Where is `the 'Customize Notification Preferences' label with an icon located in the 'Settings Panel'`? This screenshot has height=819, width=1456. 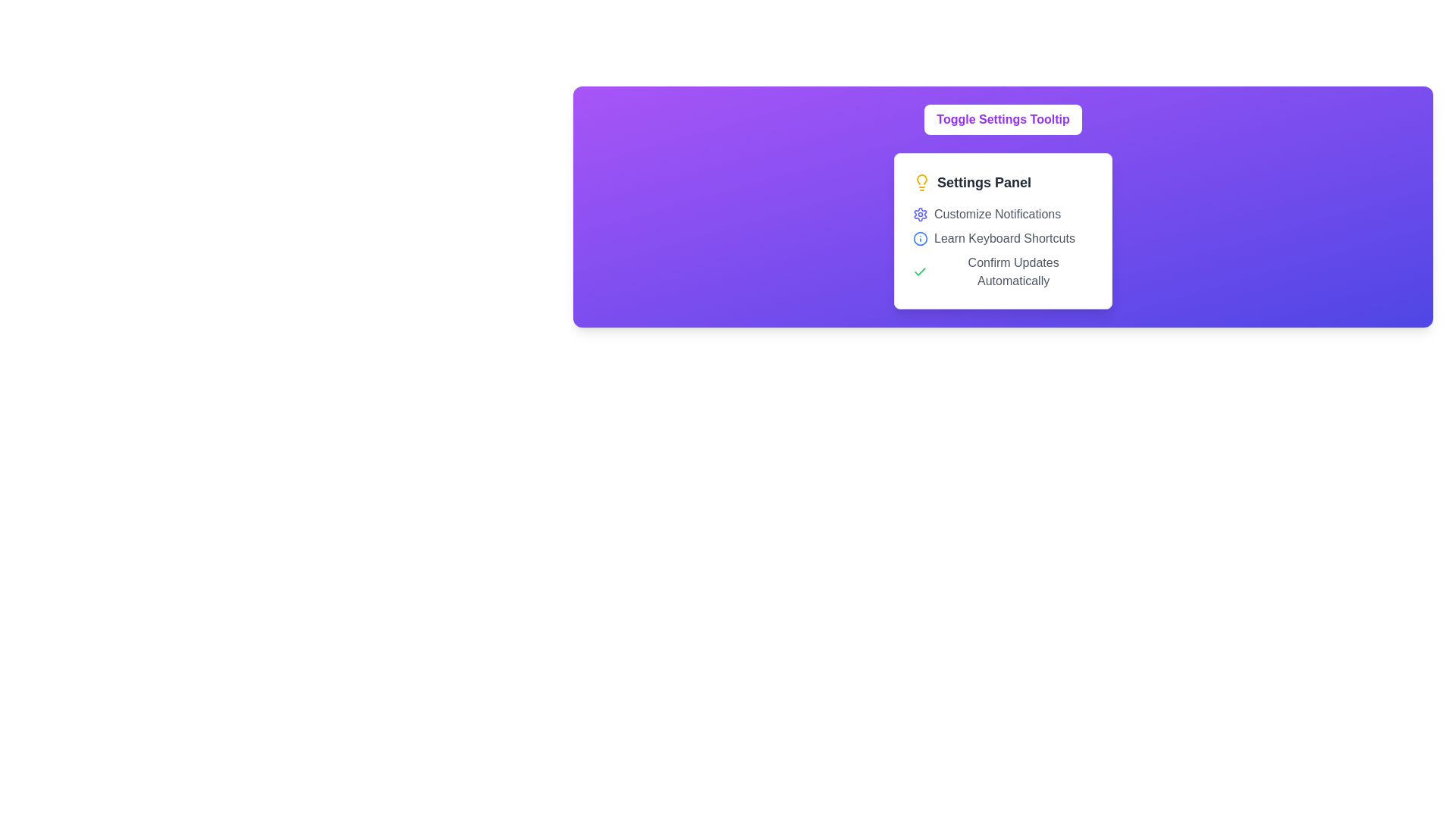 the 'Customize Notification Preferences' label with an icon located in the 'Settings Panel' is located at coordinates (1003, 214).